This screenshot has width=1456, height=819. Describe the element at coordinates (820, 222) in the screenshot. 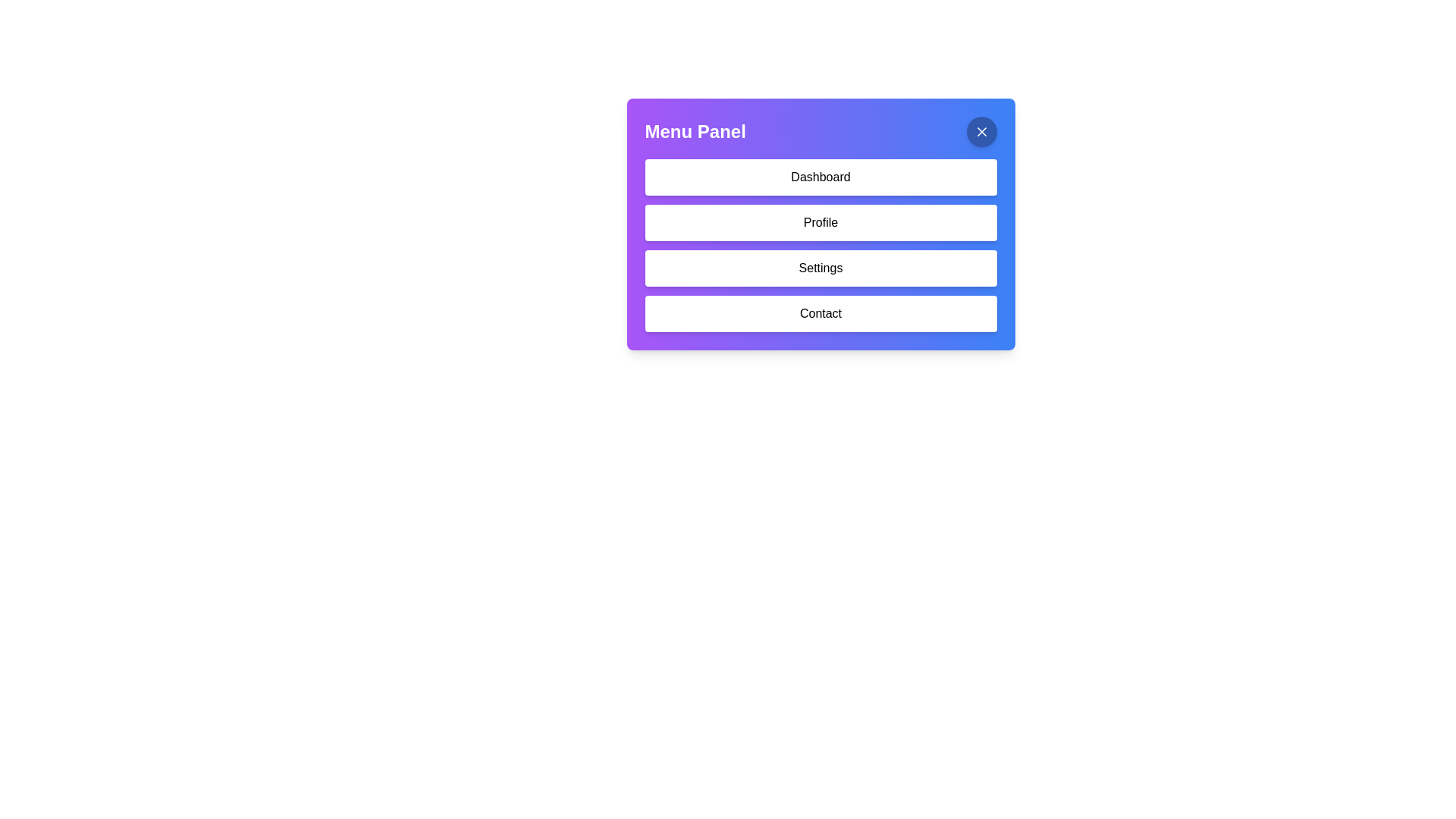

I see `the Profile button located in the vertical menu panel, which is the second button in a sequence of four options` at that location.